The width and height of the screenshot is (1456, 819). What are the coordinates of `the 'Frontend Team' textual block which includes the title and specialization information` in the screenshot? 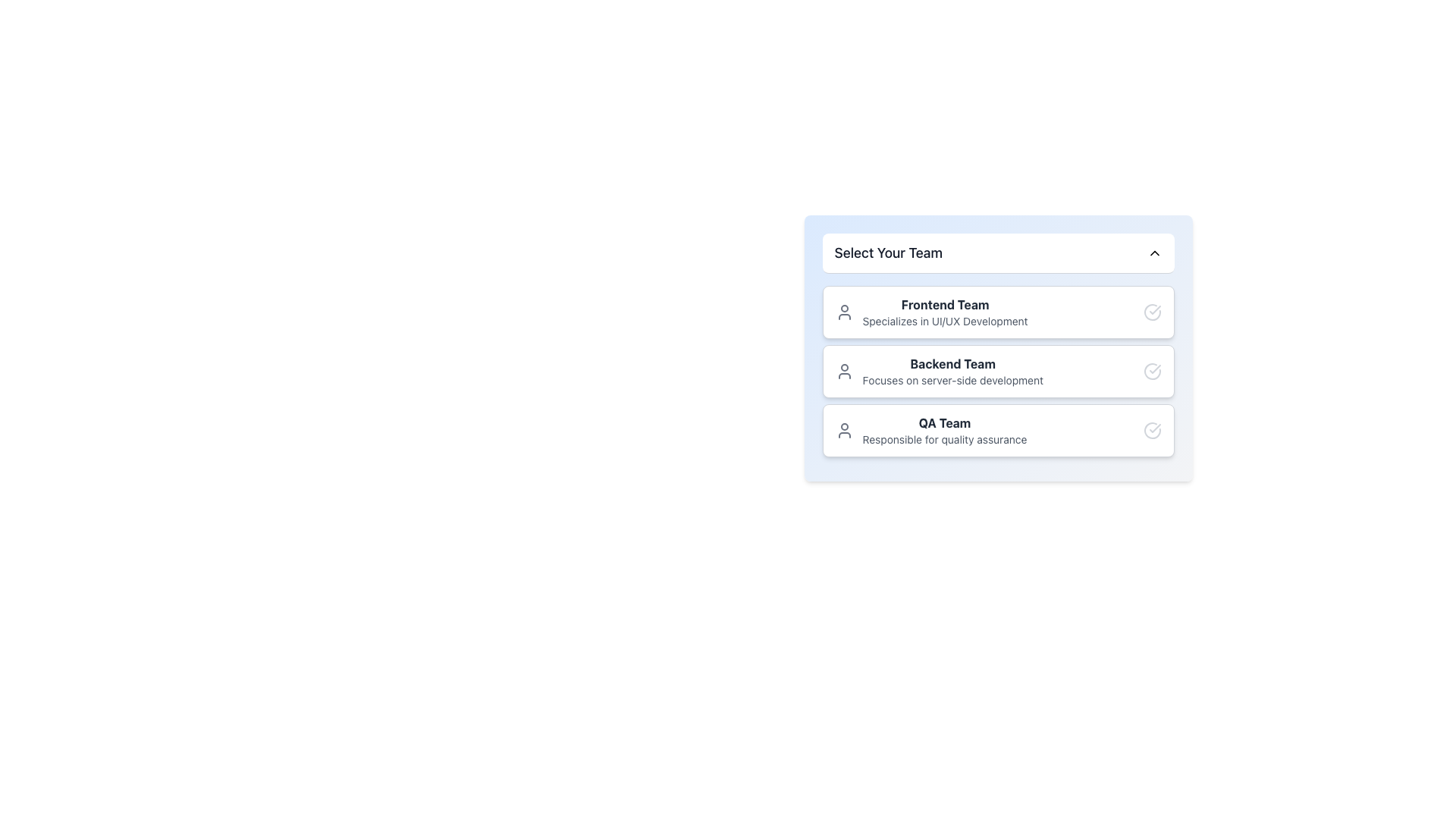 It's located at (930, 312).